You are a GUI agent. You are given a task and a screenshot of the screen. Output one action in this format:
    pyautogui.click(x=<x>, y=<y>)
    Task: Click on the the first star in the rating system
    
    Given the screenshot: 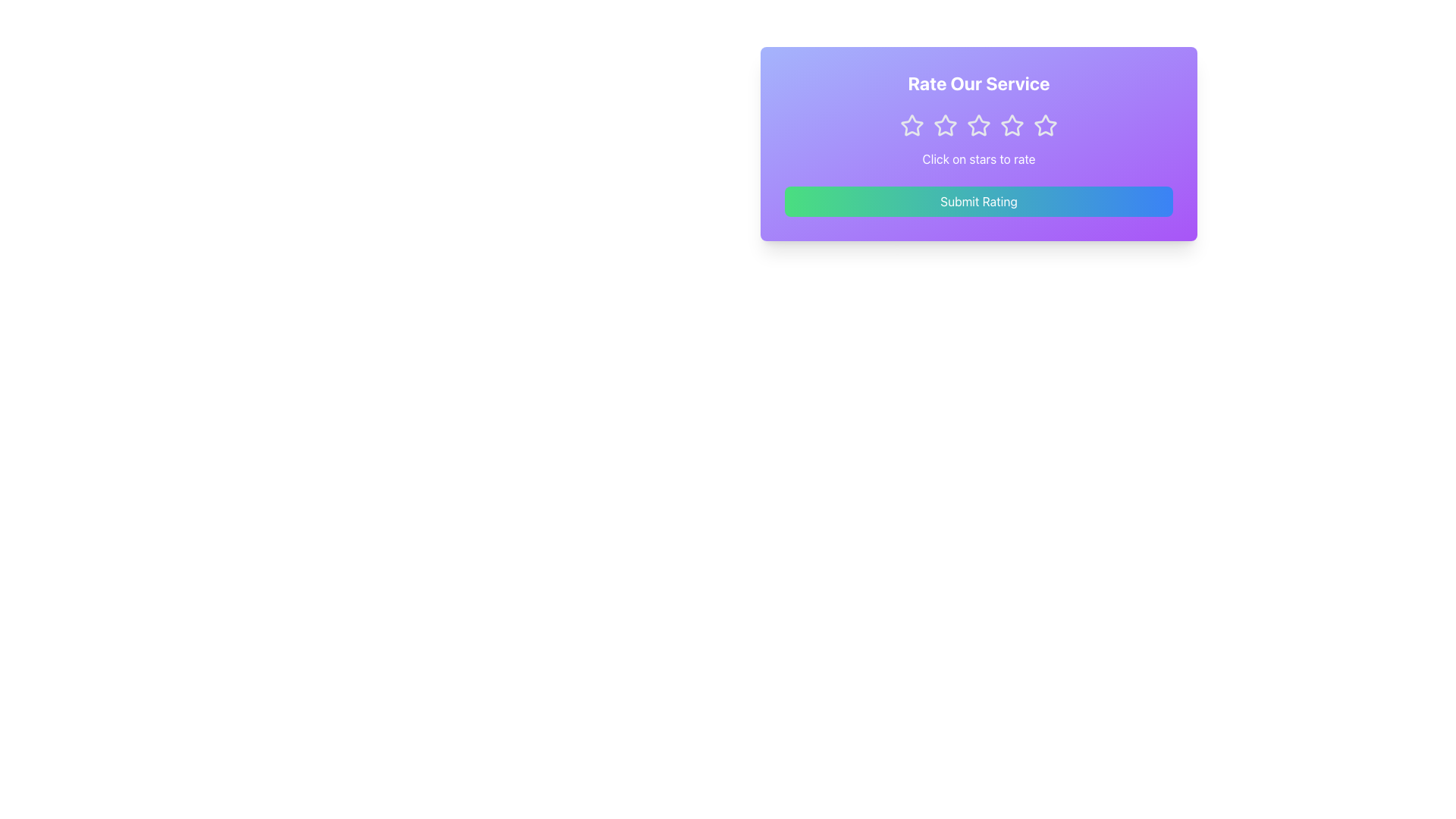 What is the action you would take?
    pyautogui.click(x=912, y=124)
    